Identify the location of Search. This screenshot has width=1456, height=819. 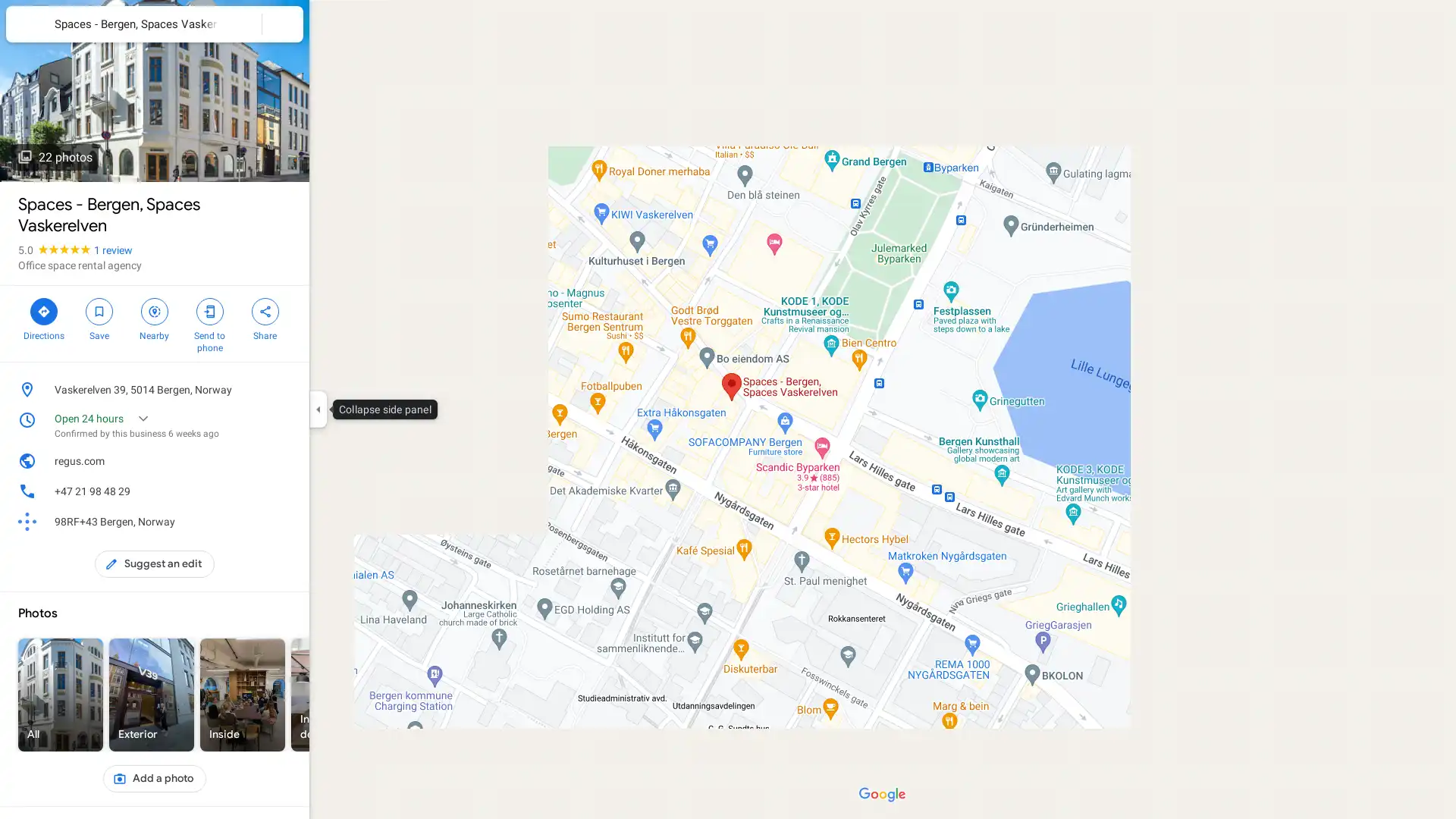
(240, 24).